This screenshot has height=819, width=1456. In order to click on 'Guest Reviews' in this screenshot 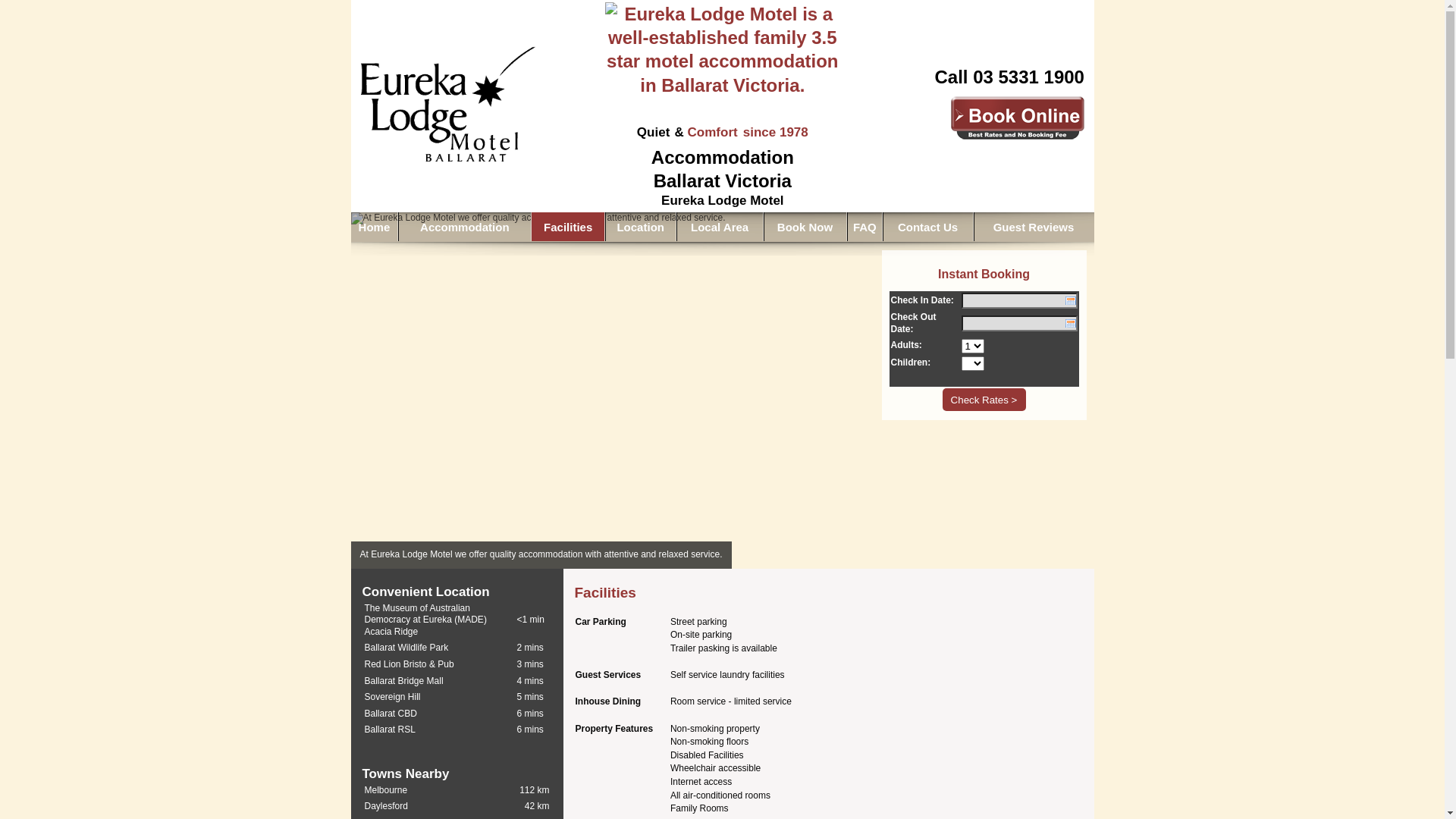, I will do `click(1033, 227)`.